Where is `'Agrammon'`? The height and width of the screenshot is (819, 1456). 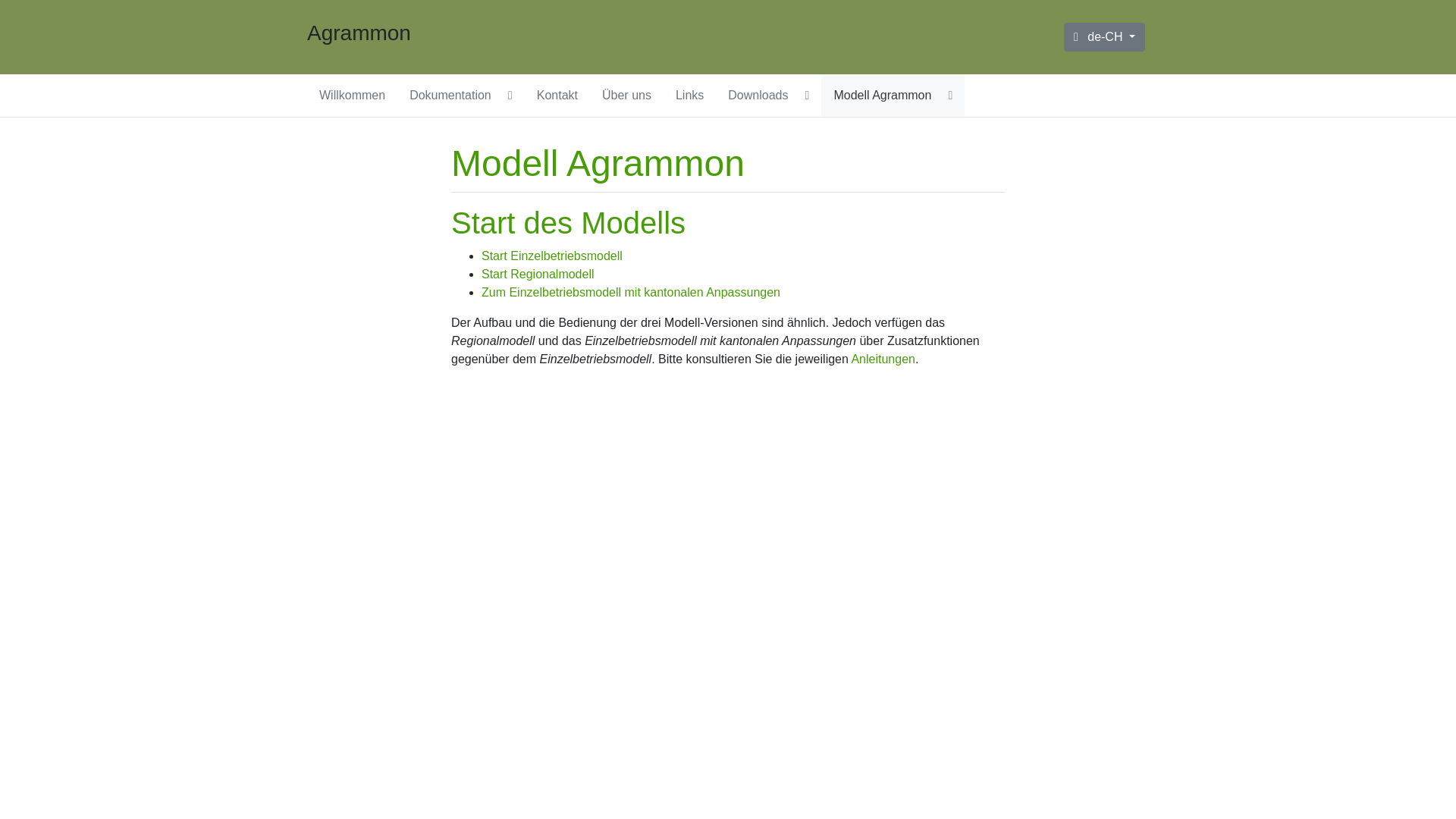
'Agrammon' is located at coordinates (358, 33).